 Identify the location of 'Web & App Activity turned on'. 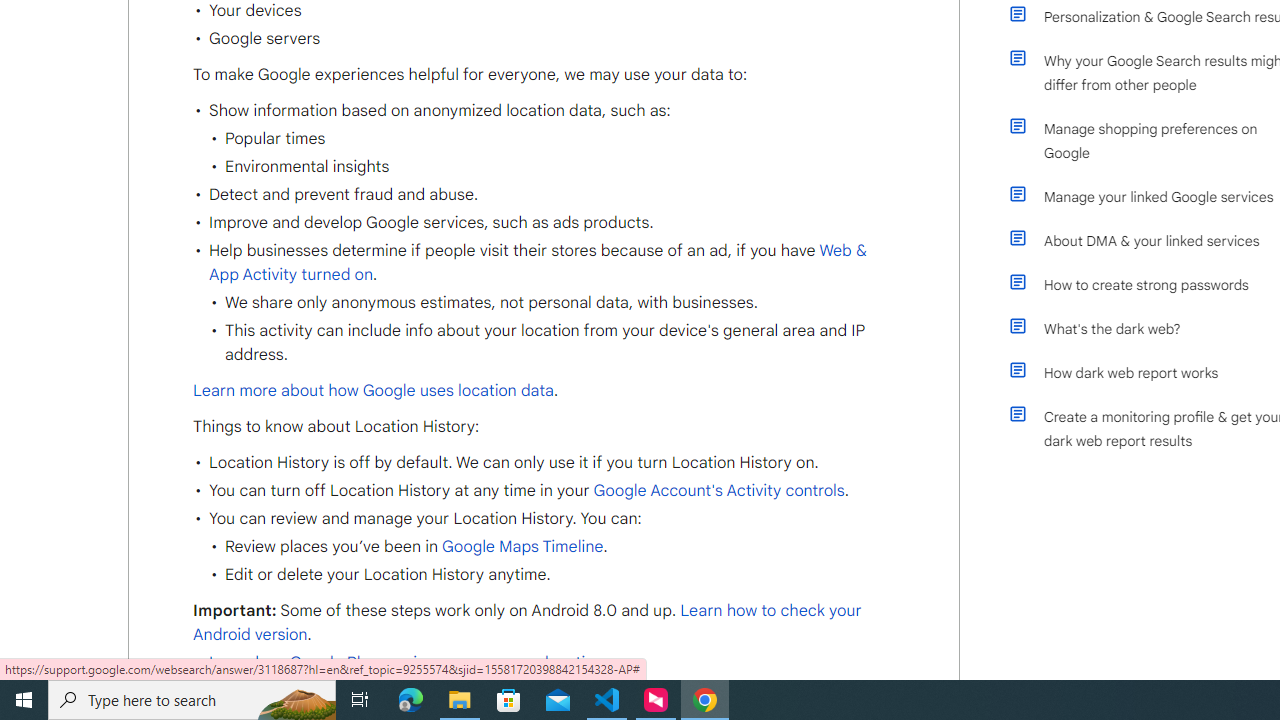
(537, 262).